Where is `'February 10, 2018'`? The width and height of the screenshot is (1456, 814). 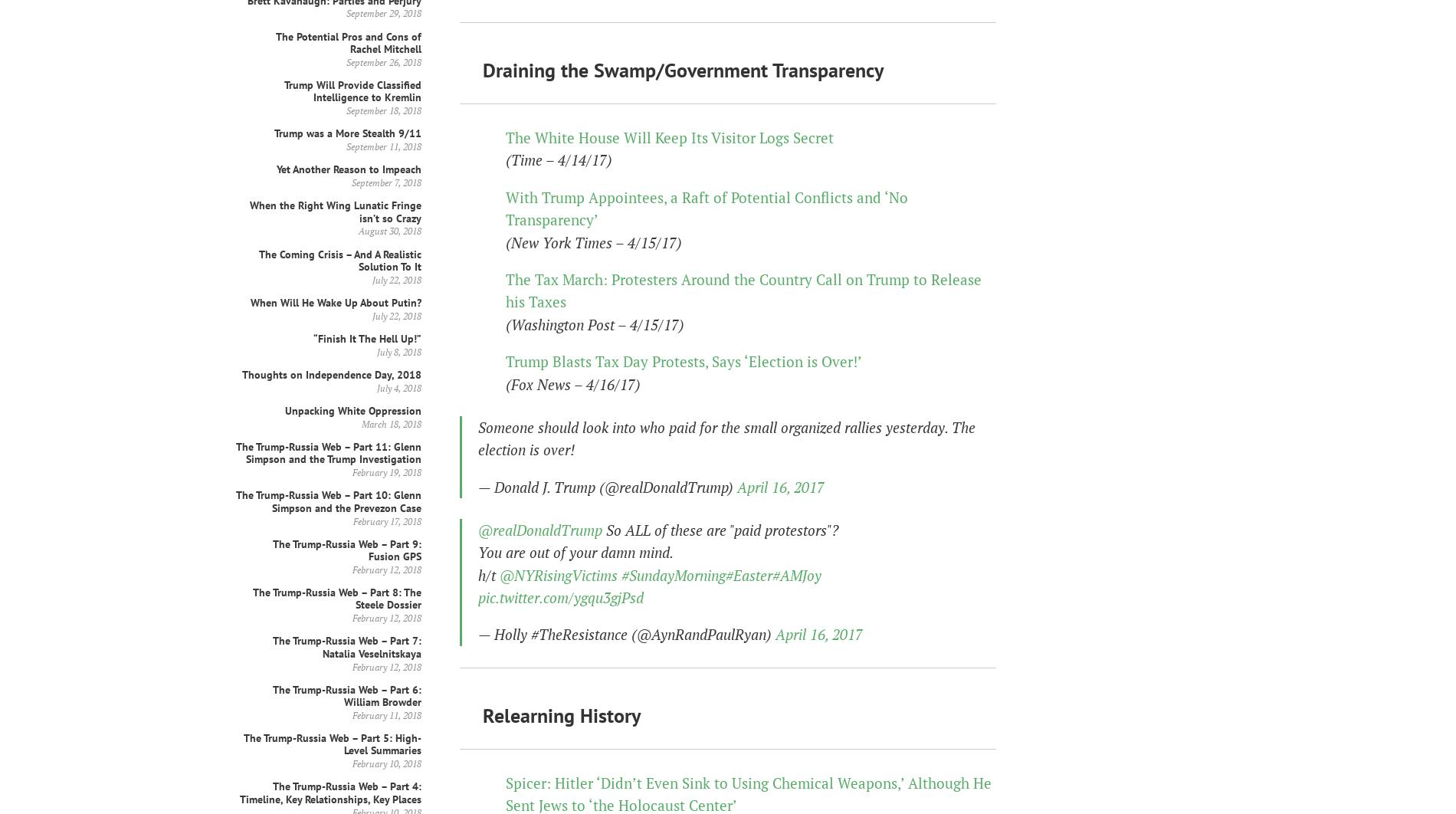
'February 10, 2018' is located at coordinates (387, 763).